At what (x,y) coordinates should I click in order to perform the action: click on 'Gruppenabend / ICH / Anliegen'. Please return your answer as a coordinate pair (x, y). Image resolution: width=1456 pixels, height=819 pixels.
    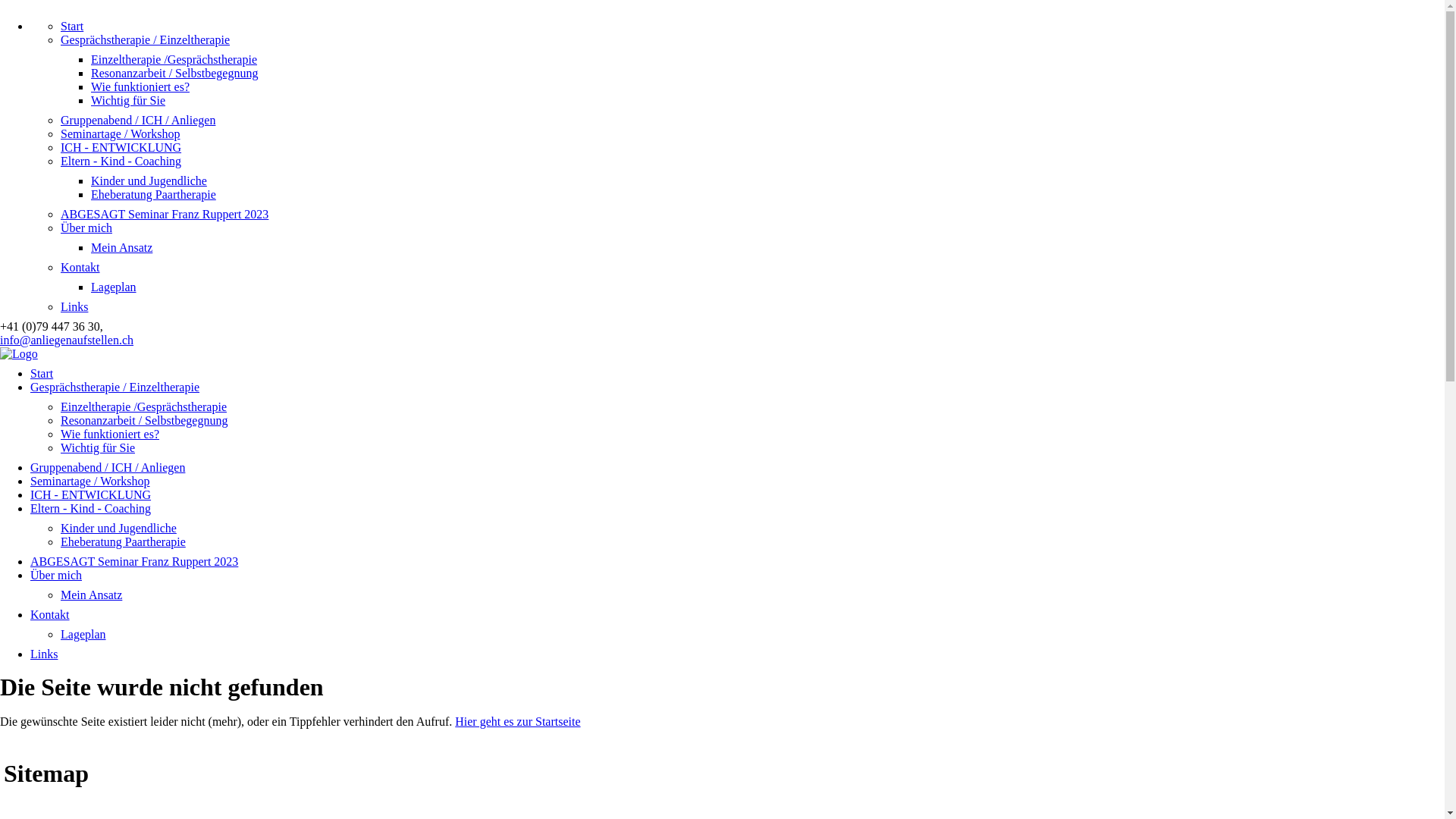
    Looking at the image, I should click on (138, 119).